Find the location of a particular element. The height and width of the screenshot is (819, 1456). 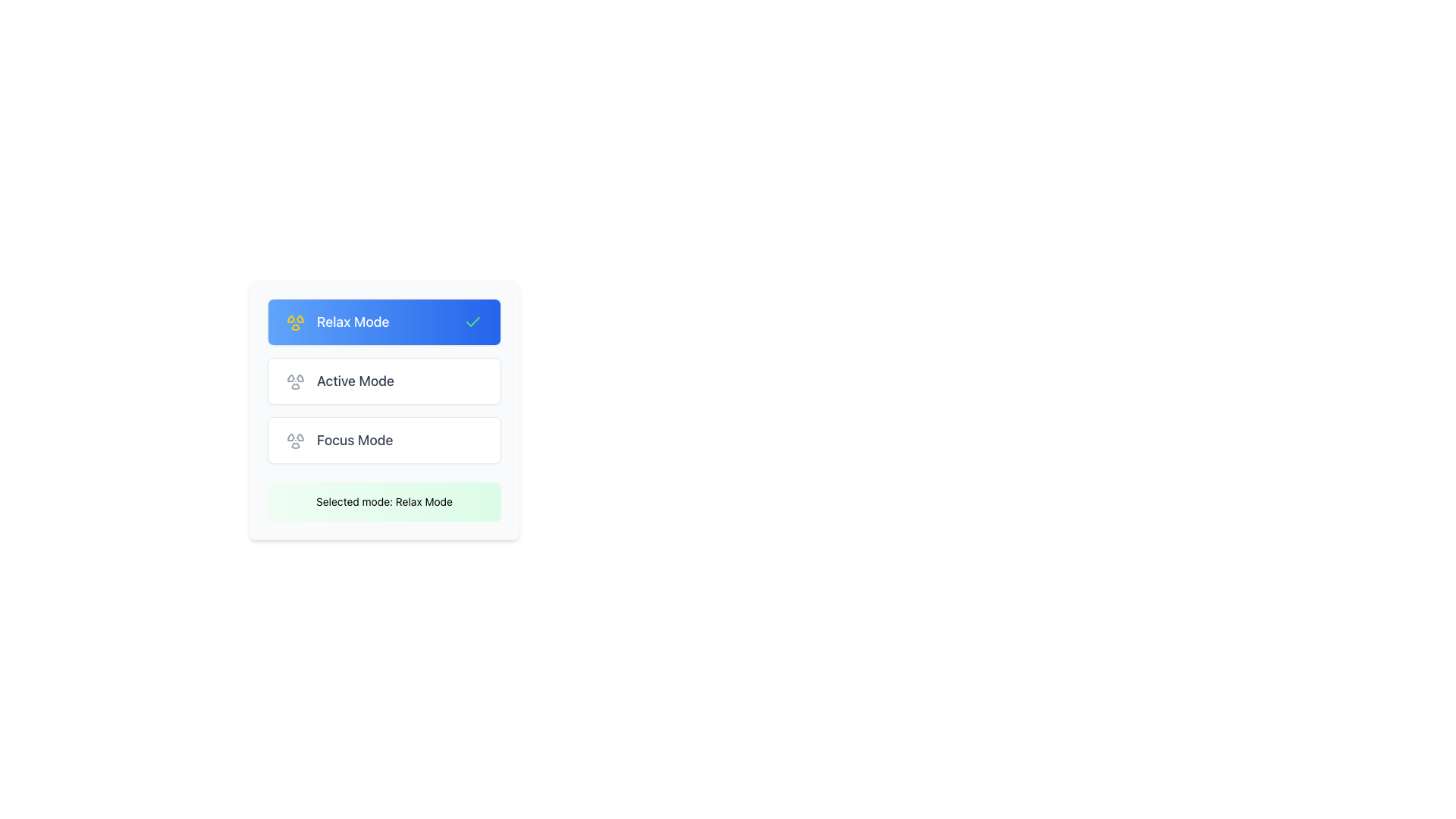

text 'Active Mode' from the text label styled in dark gray font, positioned in the second row of a vertically stacked list of modes, between 'Relax Mode' and 'Focus Mode' is located at coordinates (355, 380).